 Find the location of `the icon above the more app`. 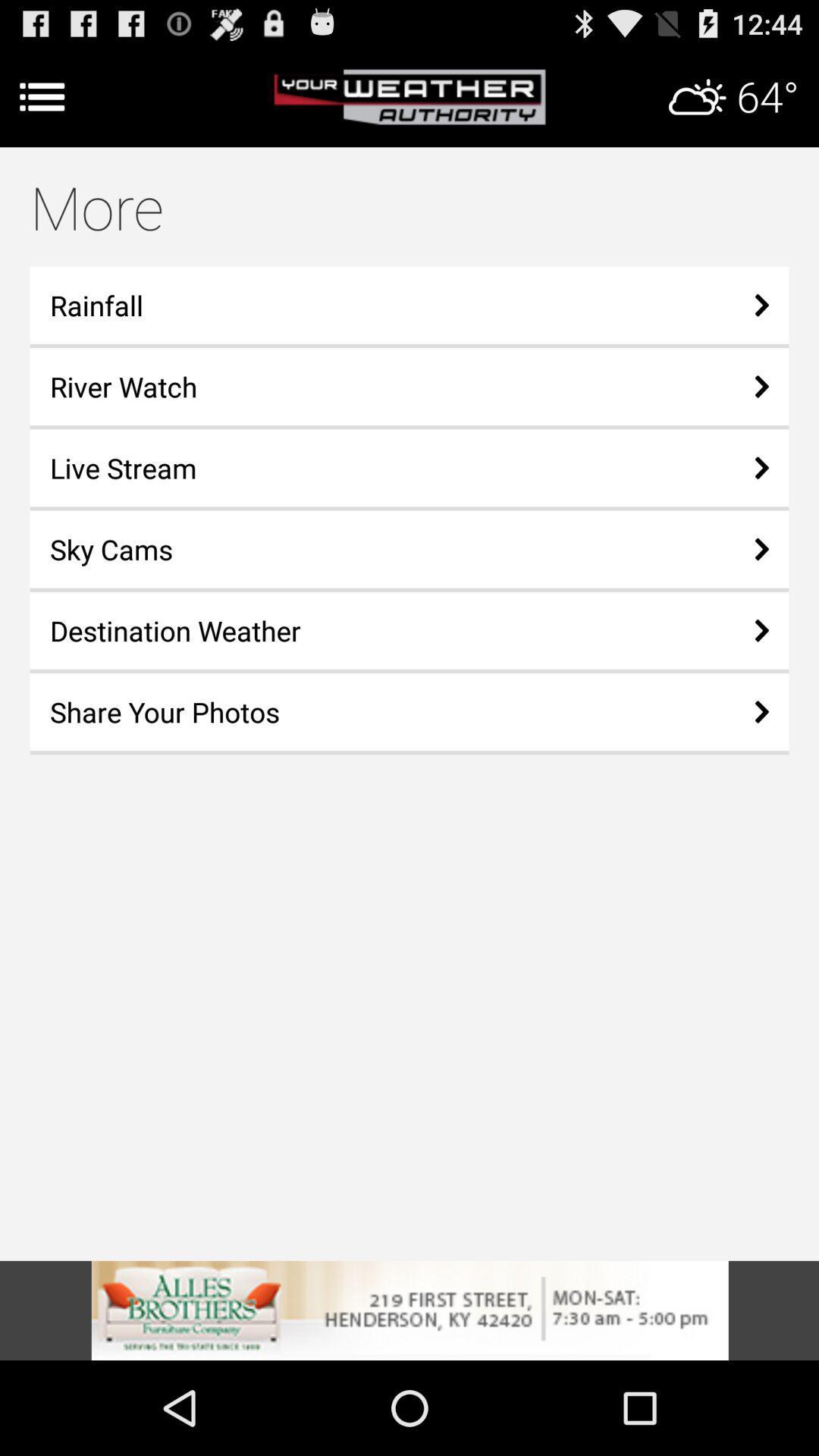

the icon above the more app is located at coordinates (409, 96).